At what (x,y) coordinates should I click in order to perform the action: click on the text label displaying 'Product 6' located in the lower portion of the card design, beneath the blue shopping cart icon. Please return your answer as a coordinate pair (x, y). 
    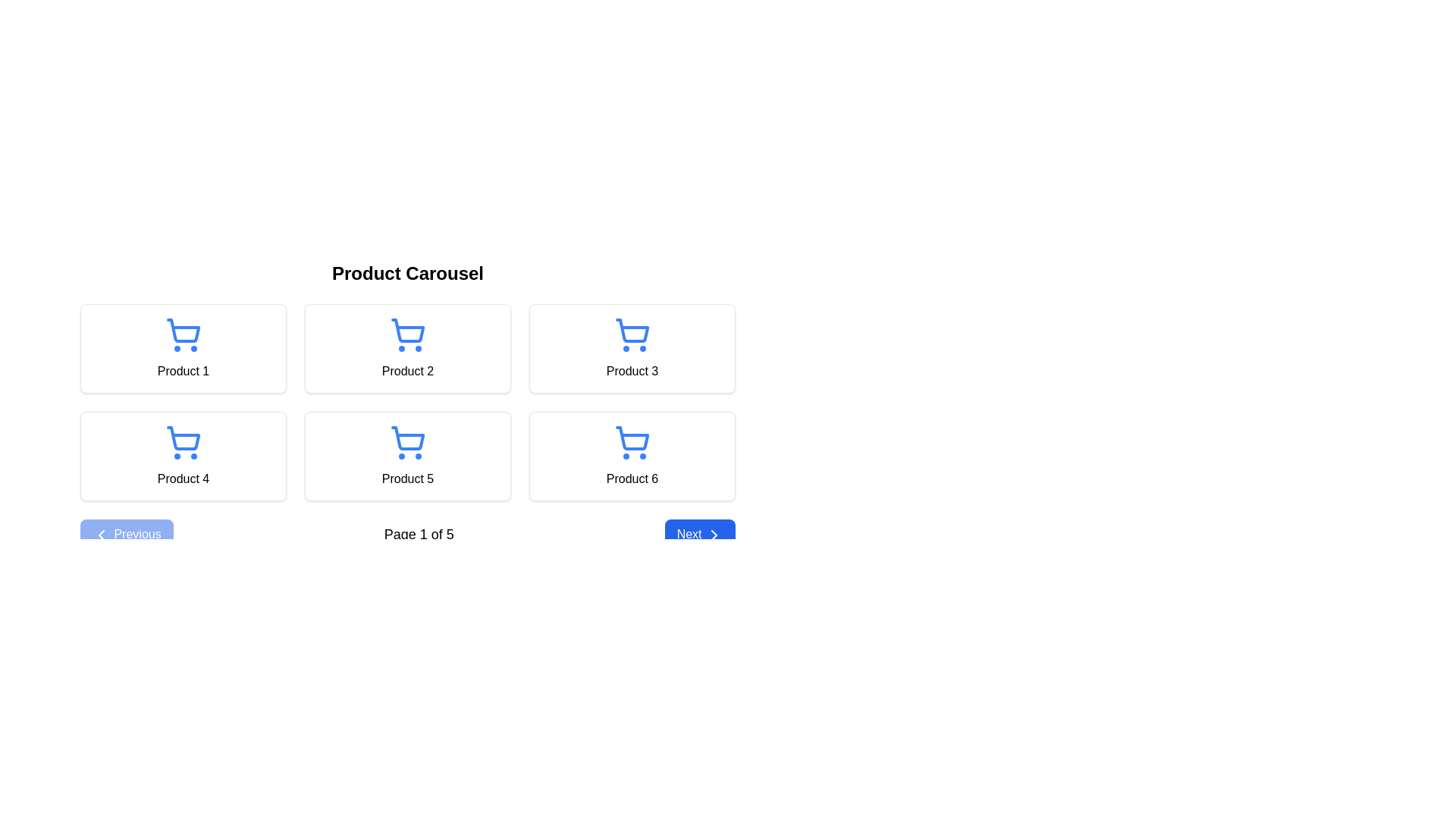
    Looking at the image, I should click on (632, 479).